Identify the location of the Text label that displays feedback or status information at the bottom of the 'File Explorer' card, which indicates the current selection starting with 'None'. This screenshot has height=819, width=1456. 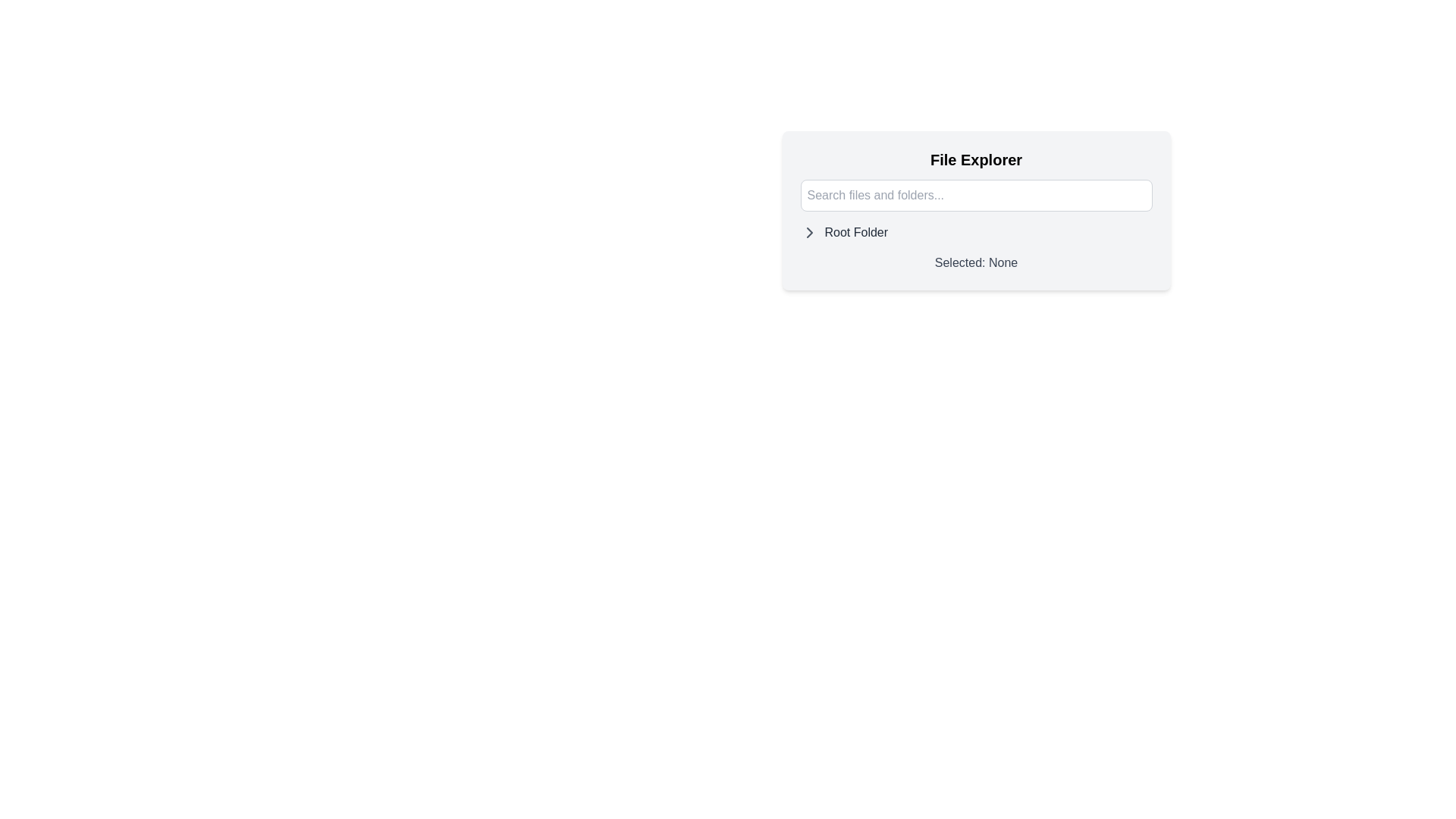
(976, 262).